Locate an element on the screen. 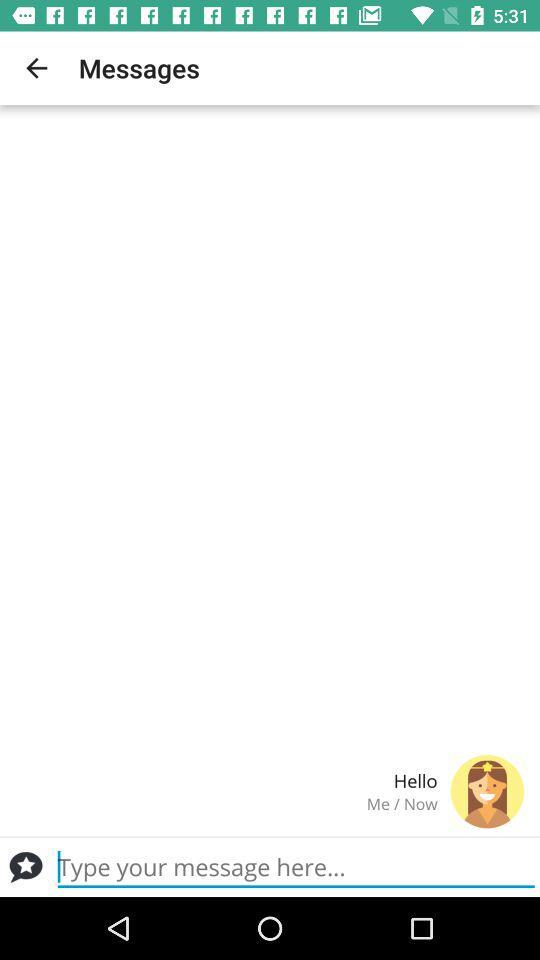 The height and width of the screenshot is (960, 540). icon to the right of hello icon is located at coordinates (486, 791).